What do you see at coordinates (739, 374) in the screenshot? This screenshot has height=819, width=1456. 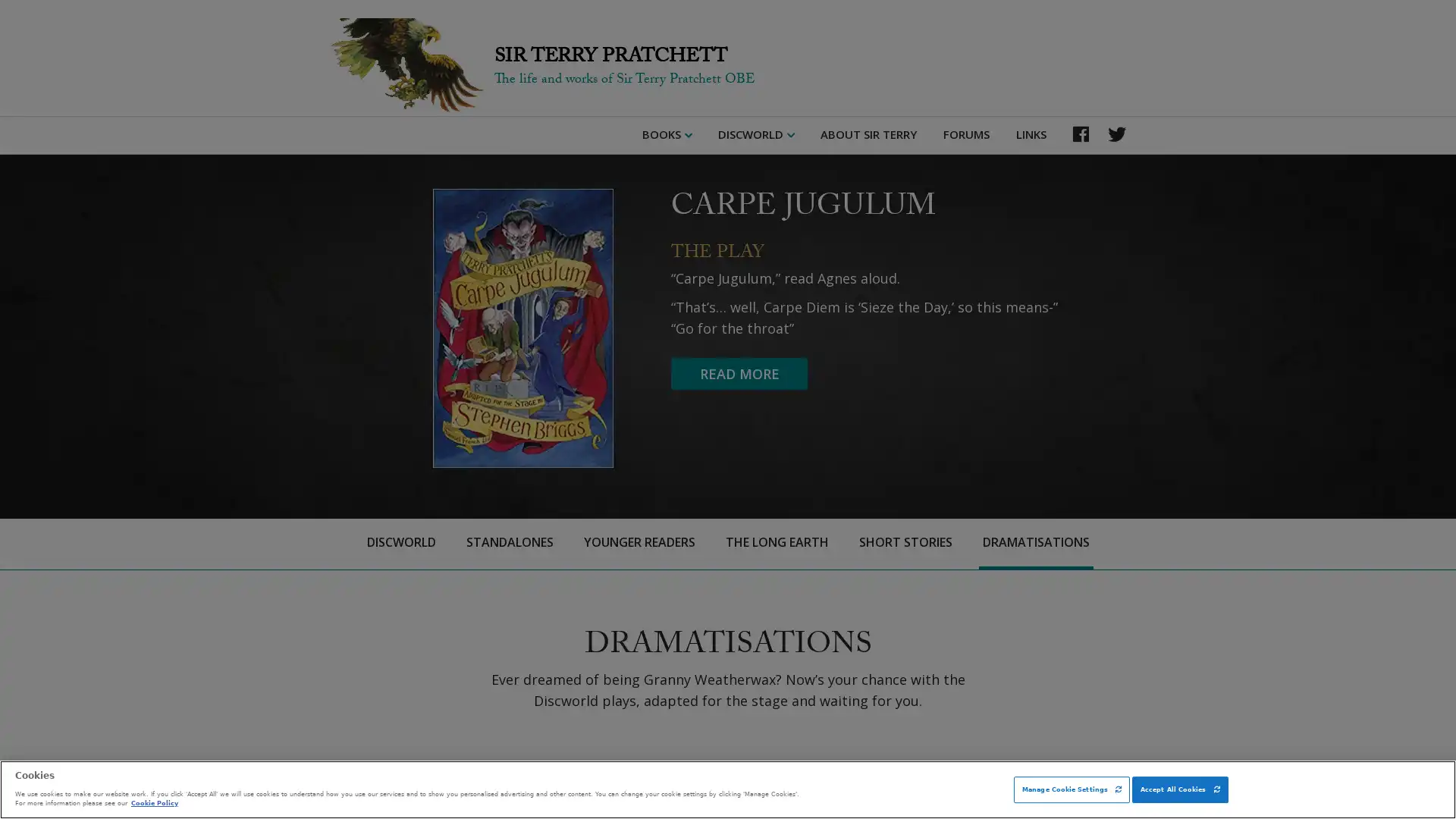 I see `READ MORE` at bounding box center [739, 374].